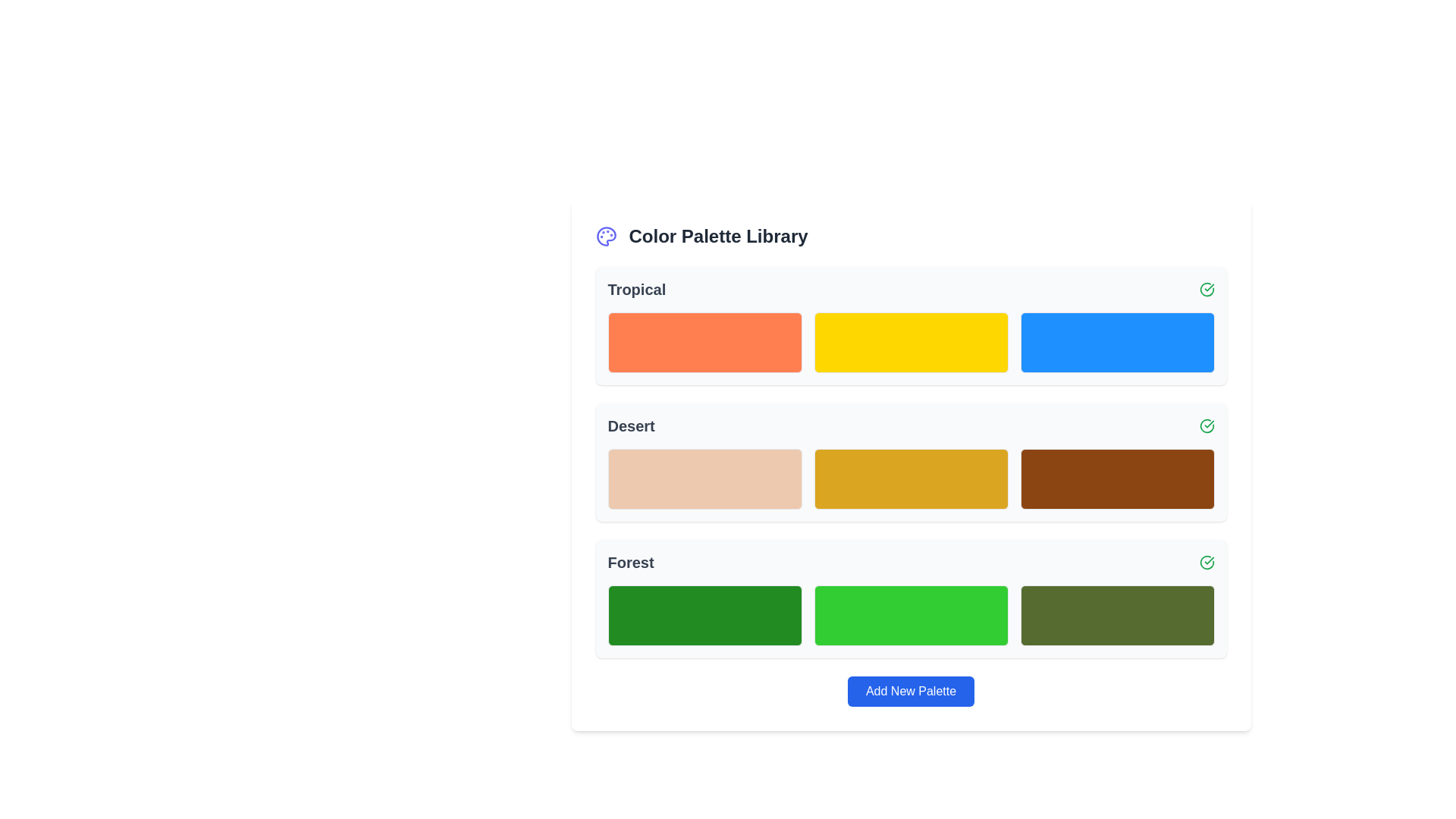 Image resolution: width=1456 pixels, height=819 pixels. I want to click on the first color palette tile in the 'Desert' row, which represents a specific color, so click(704, 479).